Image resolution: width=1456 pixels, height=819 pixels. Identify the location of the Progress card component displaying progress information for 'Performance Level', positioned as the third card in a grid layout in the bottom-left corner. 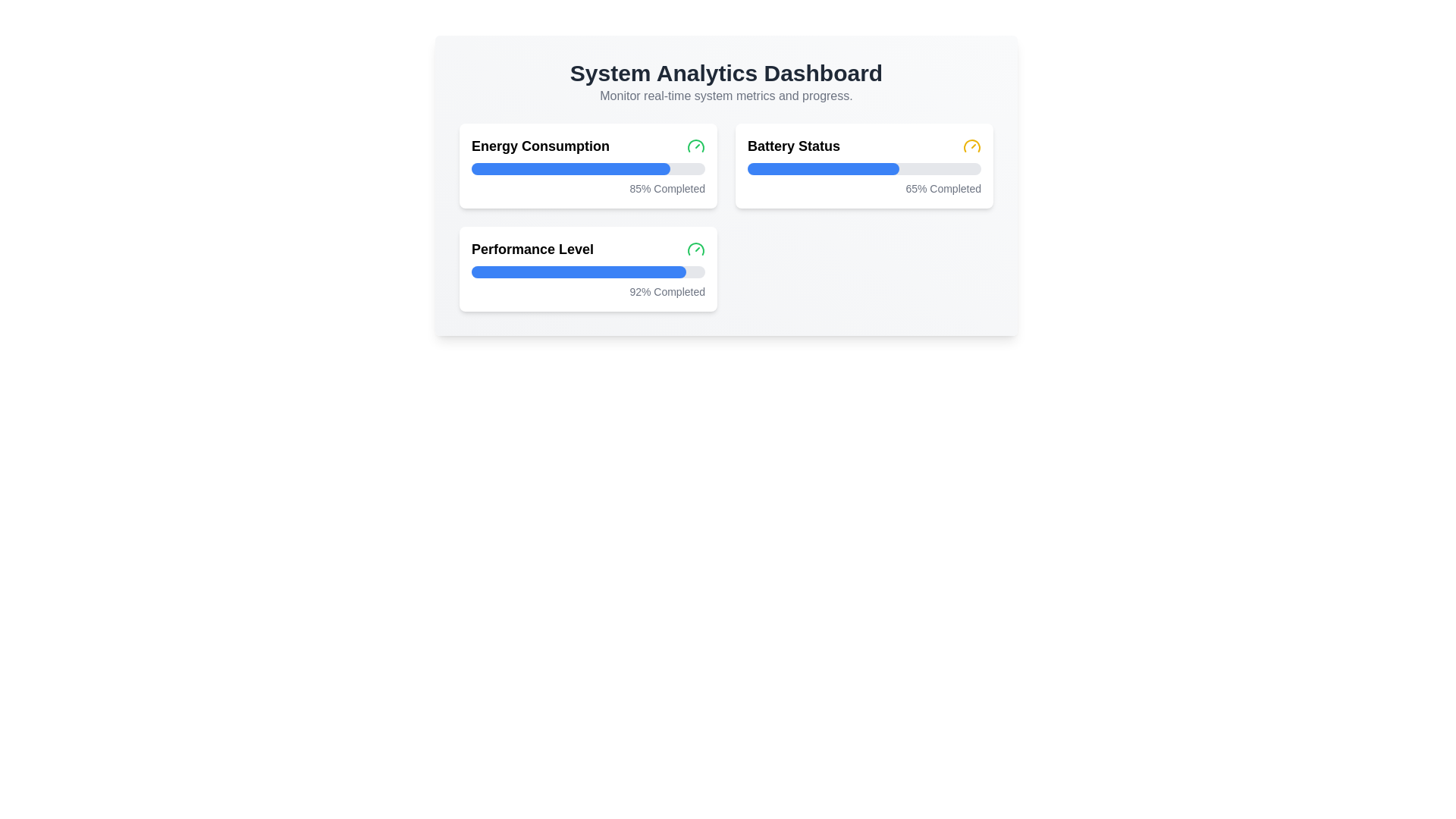
(588, 268).